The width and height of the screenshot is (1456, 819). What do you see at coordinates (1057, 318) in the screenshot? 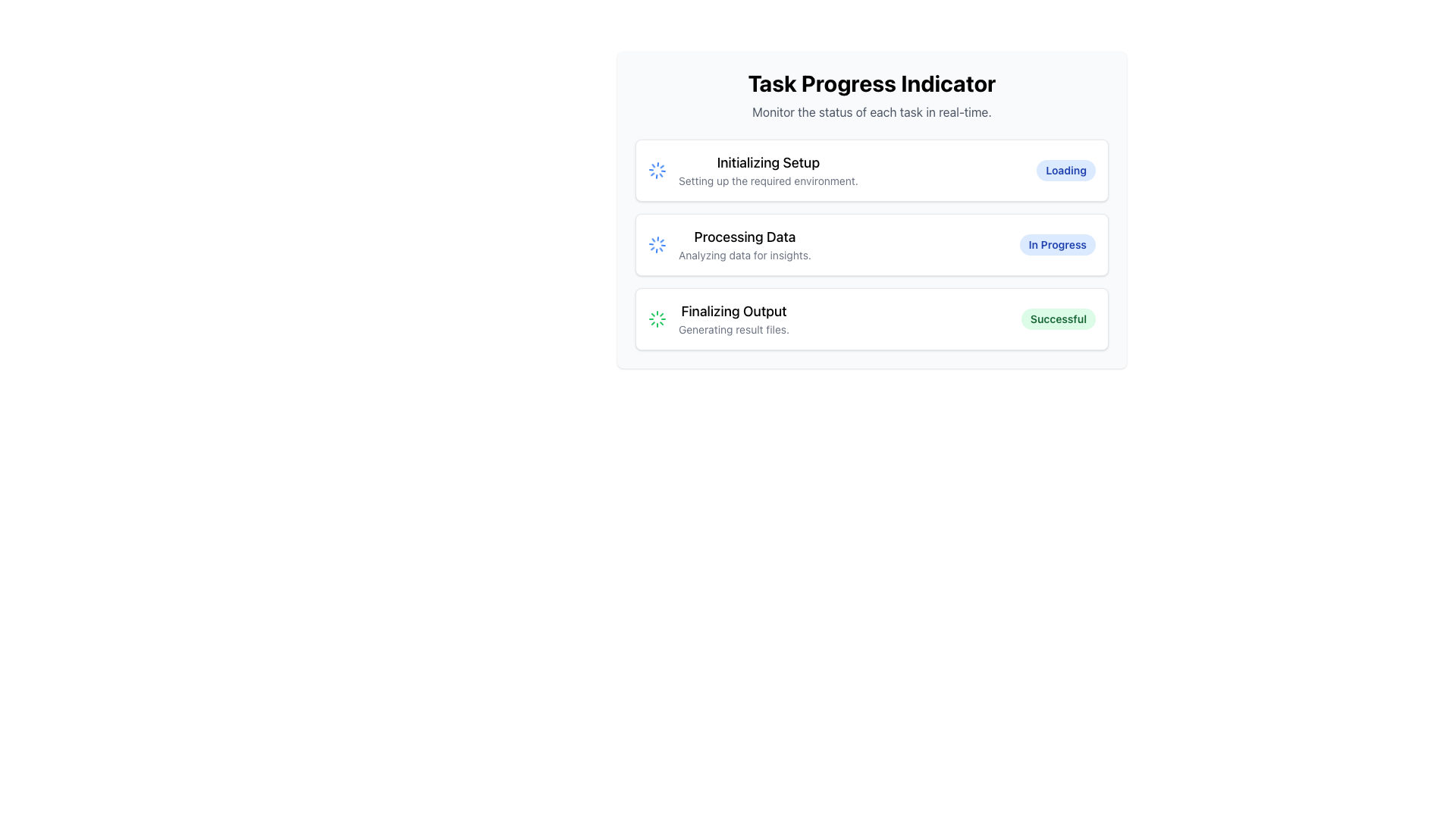
I see `the Status Indicator Badge that represents the completion status of the task labeled 'Finalizing Output', located on the right side of the third row in the task progress list` at bounding box center [1057, 318].